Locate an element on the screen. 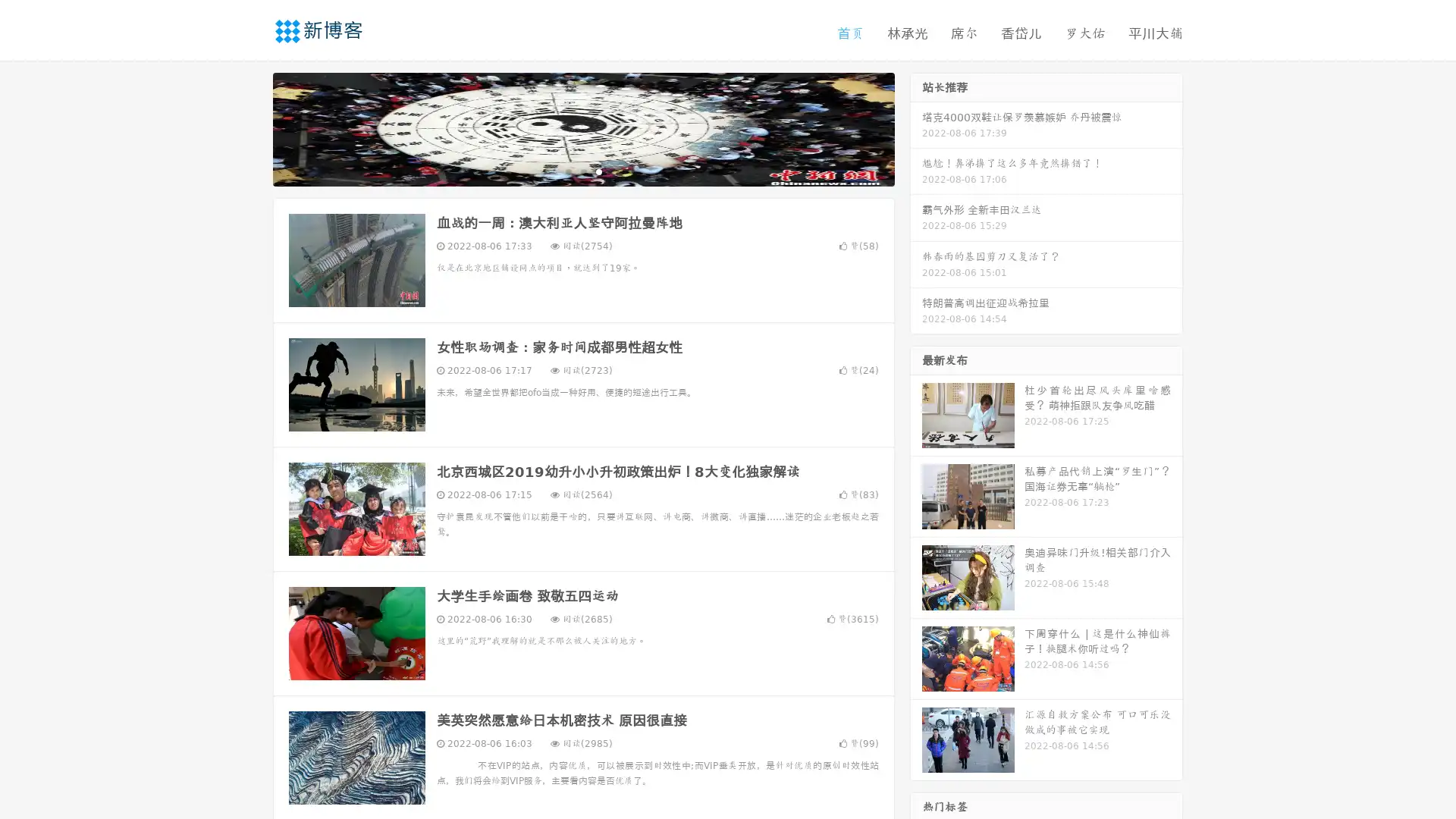  Previous slide is located at coordinates (250, 127).